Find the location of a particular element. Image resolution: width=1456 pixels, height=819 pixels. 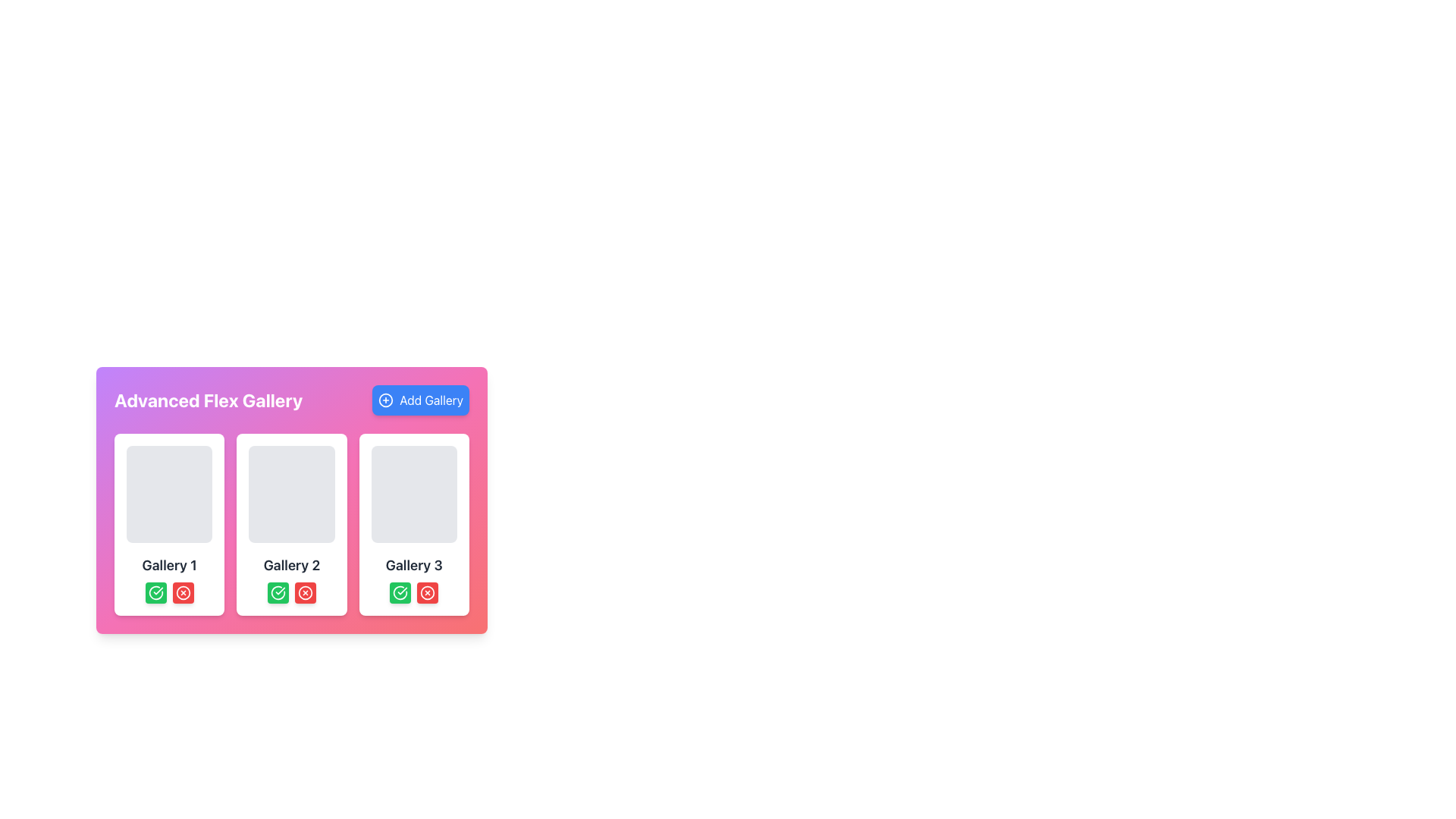

text label indicating the title of the second card in the gallery, which is located directly below the image placeholder section is located at coordinates (291, 565).